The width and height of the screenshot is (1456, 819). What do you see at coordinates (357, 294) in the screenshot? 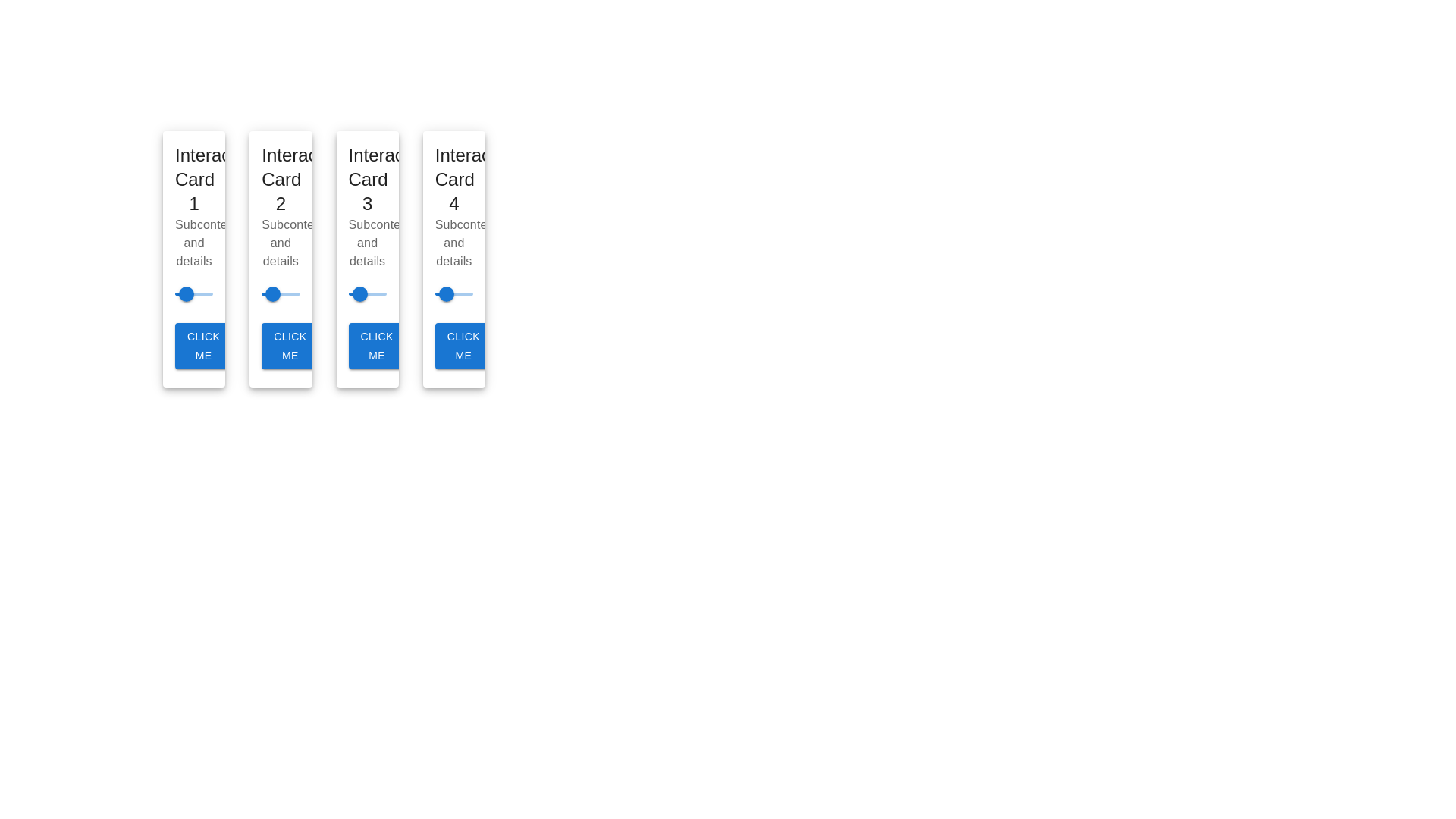
I see `the slider's value` at bounding box center [357, 294].